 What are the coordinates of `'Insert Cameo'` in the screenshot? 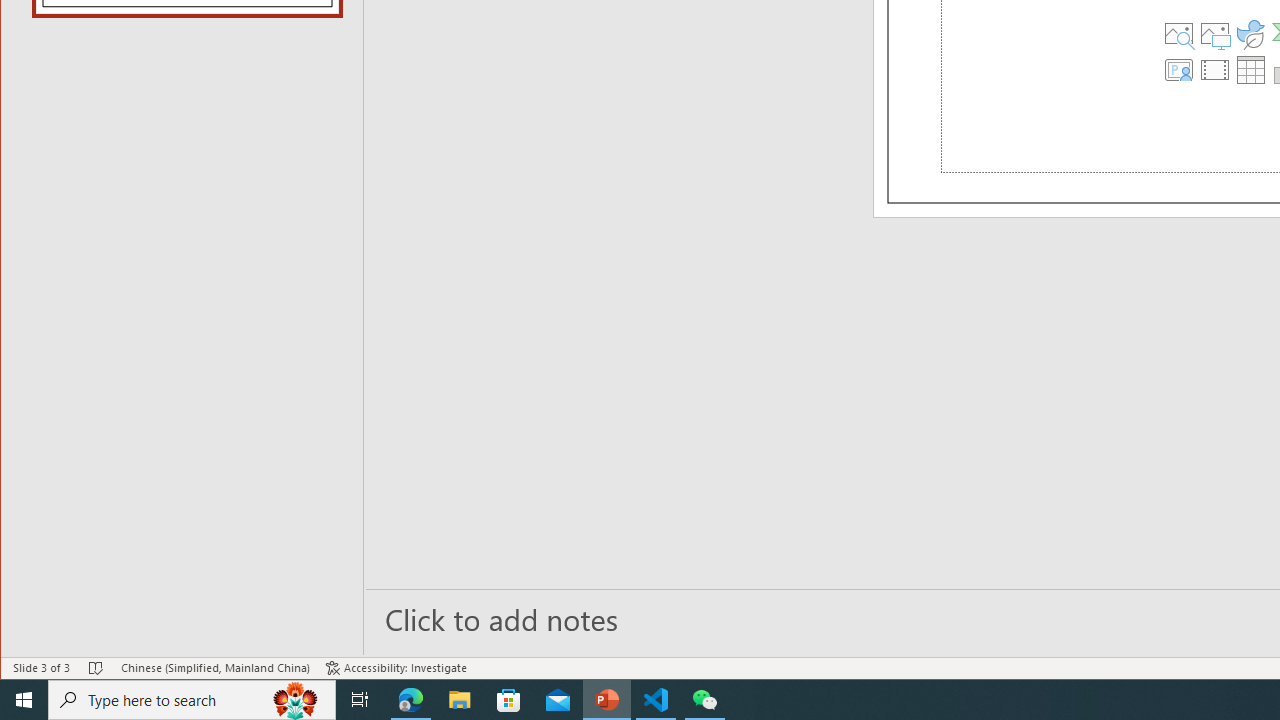 It's located at (1179, 68).